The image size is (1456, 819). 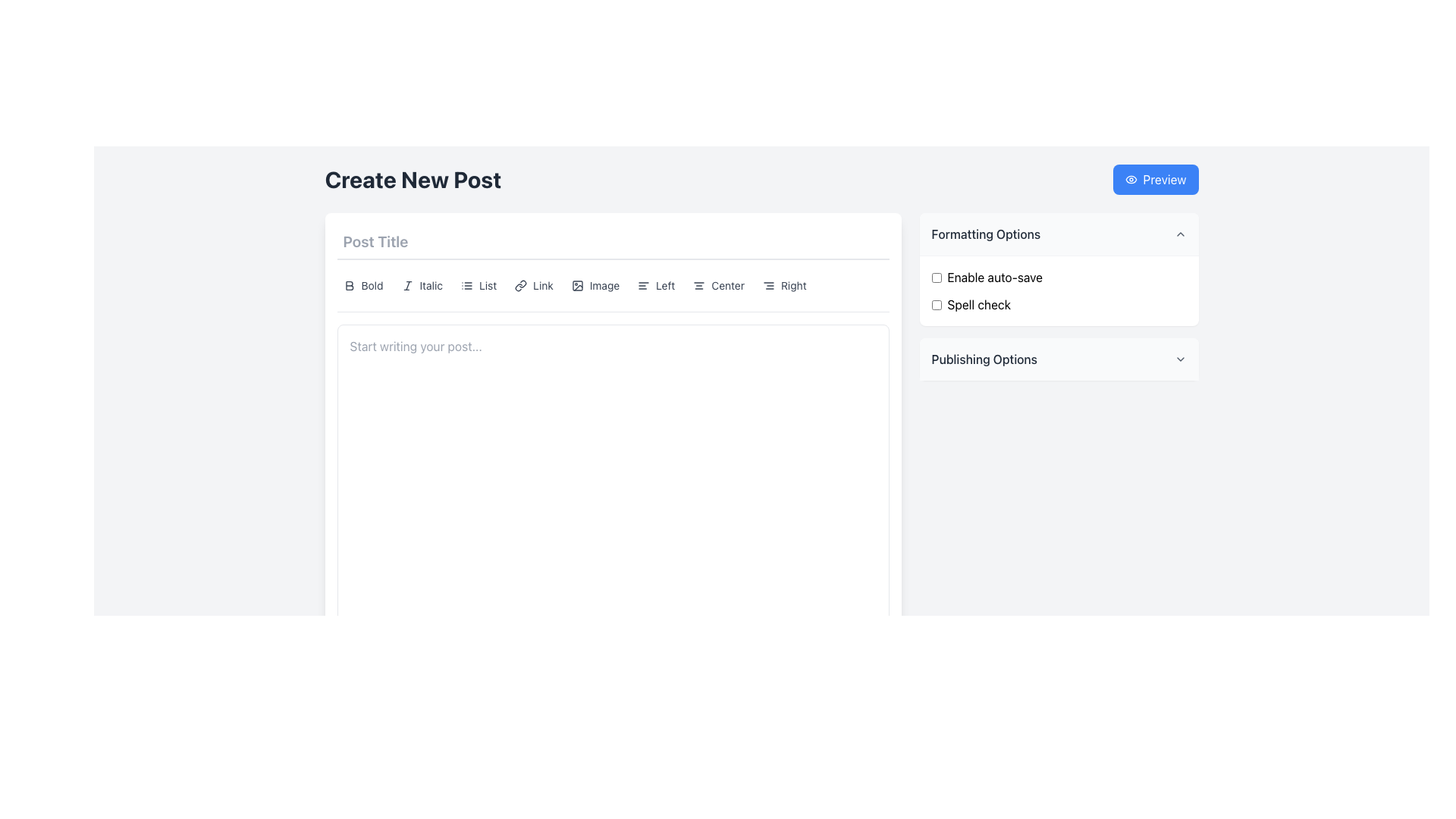 I want to click on the left alignment button in the toolbar section of the 'Create New Post' interface to align text to the left, so click(x=644, y=286).